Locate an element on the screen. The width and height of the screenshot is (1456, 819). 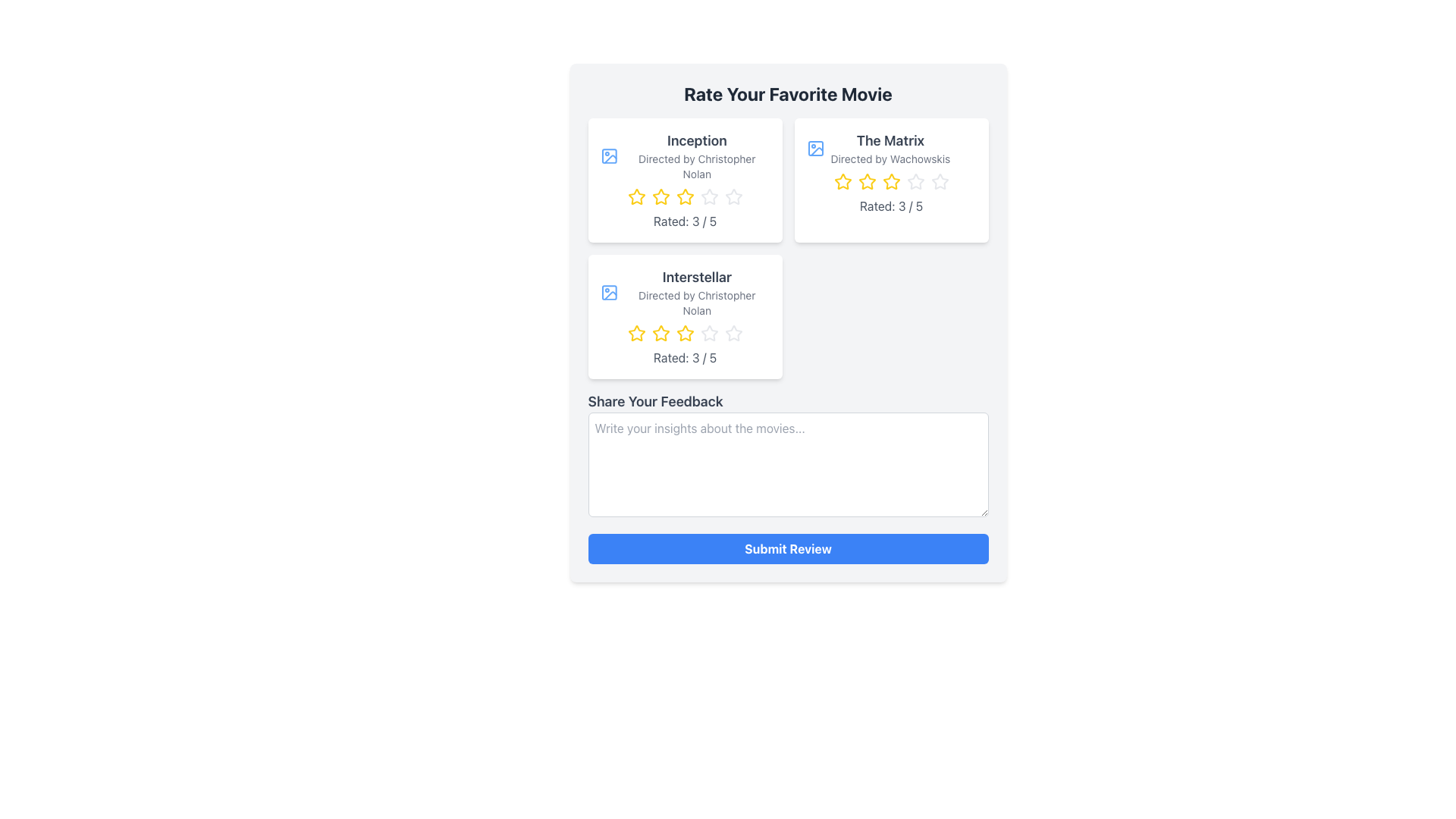
the text block that serves as the header for the movie 'Inception', displaying the movie title and director's name is located at coordinates (684, 155).